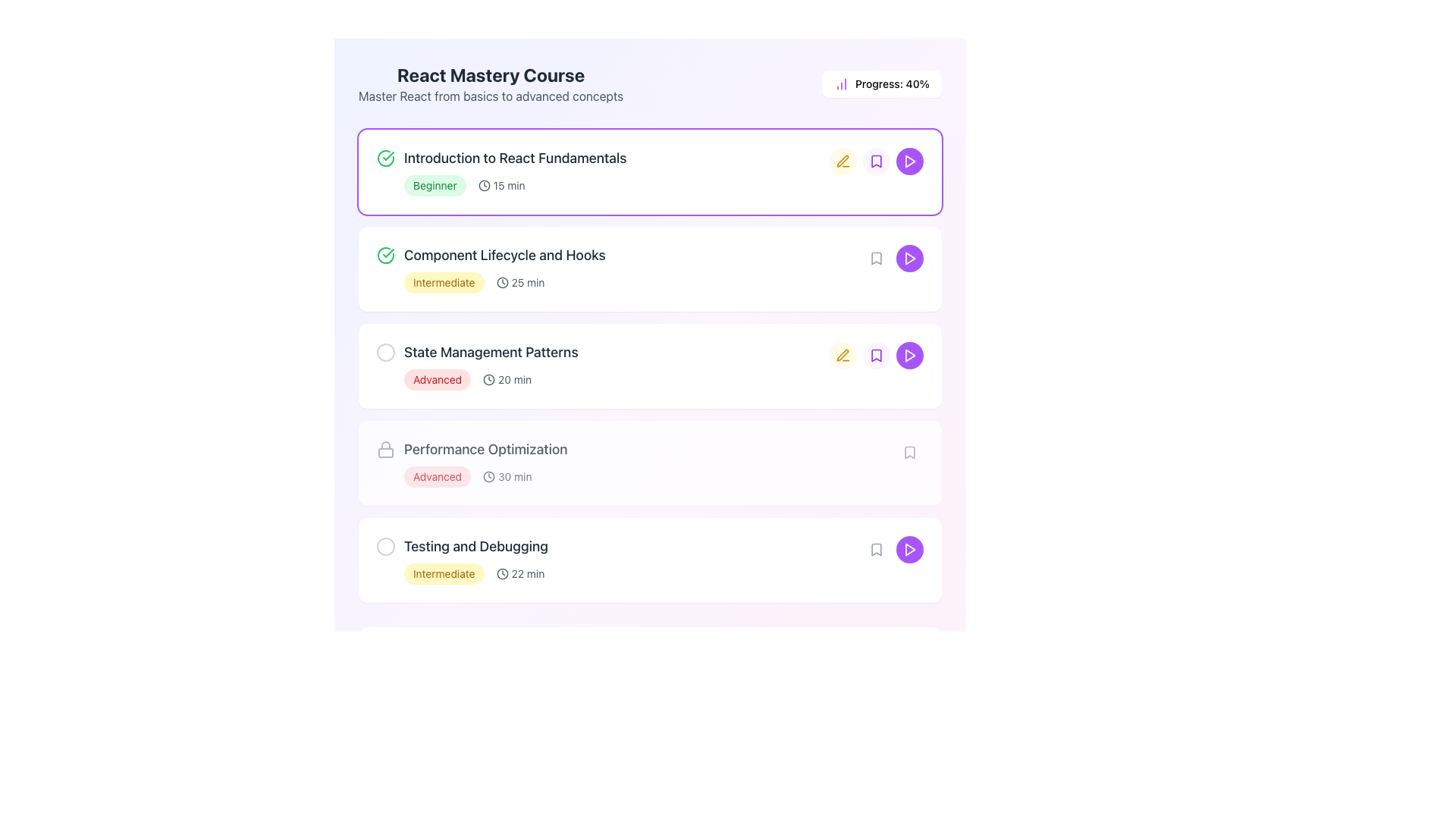 Image resolution: width=1456 pixels, height=819 pixels. Describe the element at coordinates (843, 161) in the screenshot. I see `the 'edit' icon button located in the top-right corner of the 'Introduction to React Fundamentals' course card` at that location.